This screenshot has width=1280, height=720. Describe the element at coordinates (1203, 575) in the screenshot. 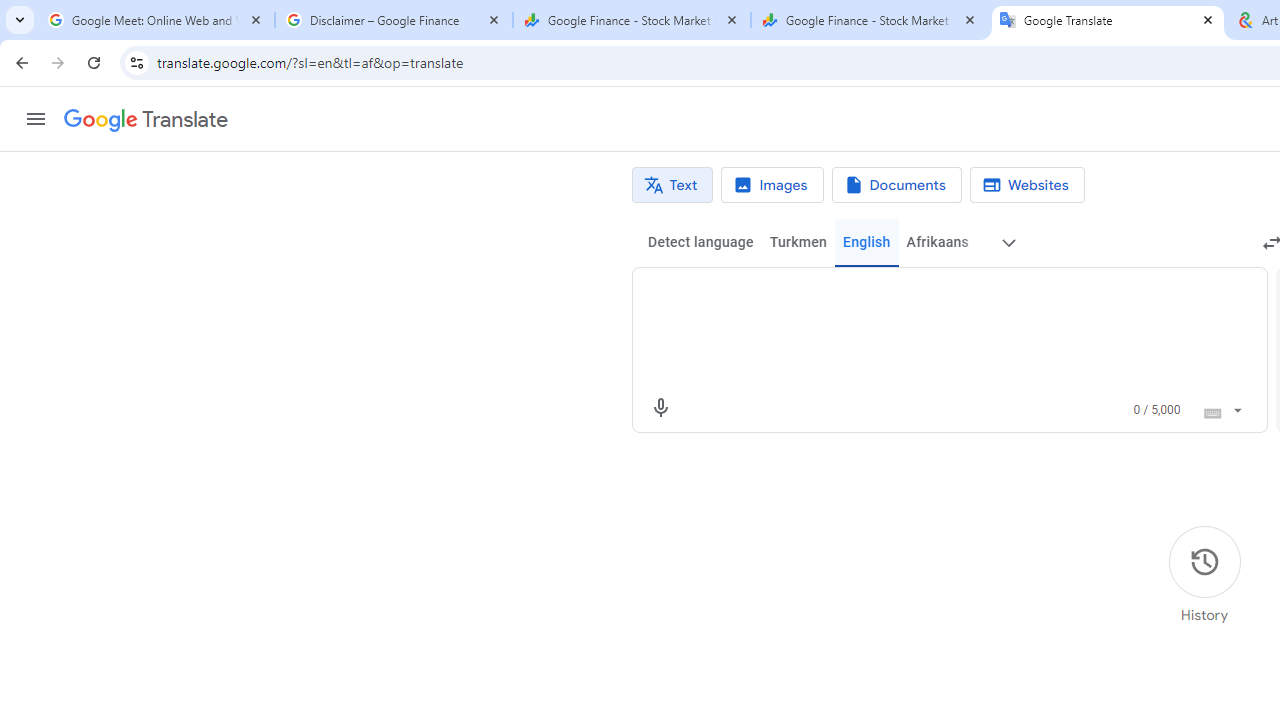

I see `'History'` at that location.